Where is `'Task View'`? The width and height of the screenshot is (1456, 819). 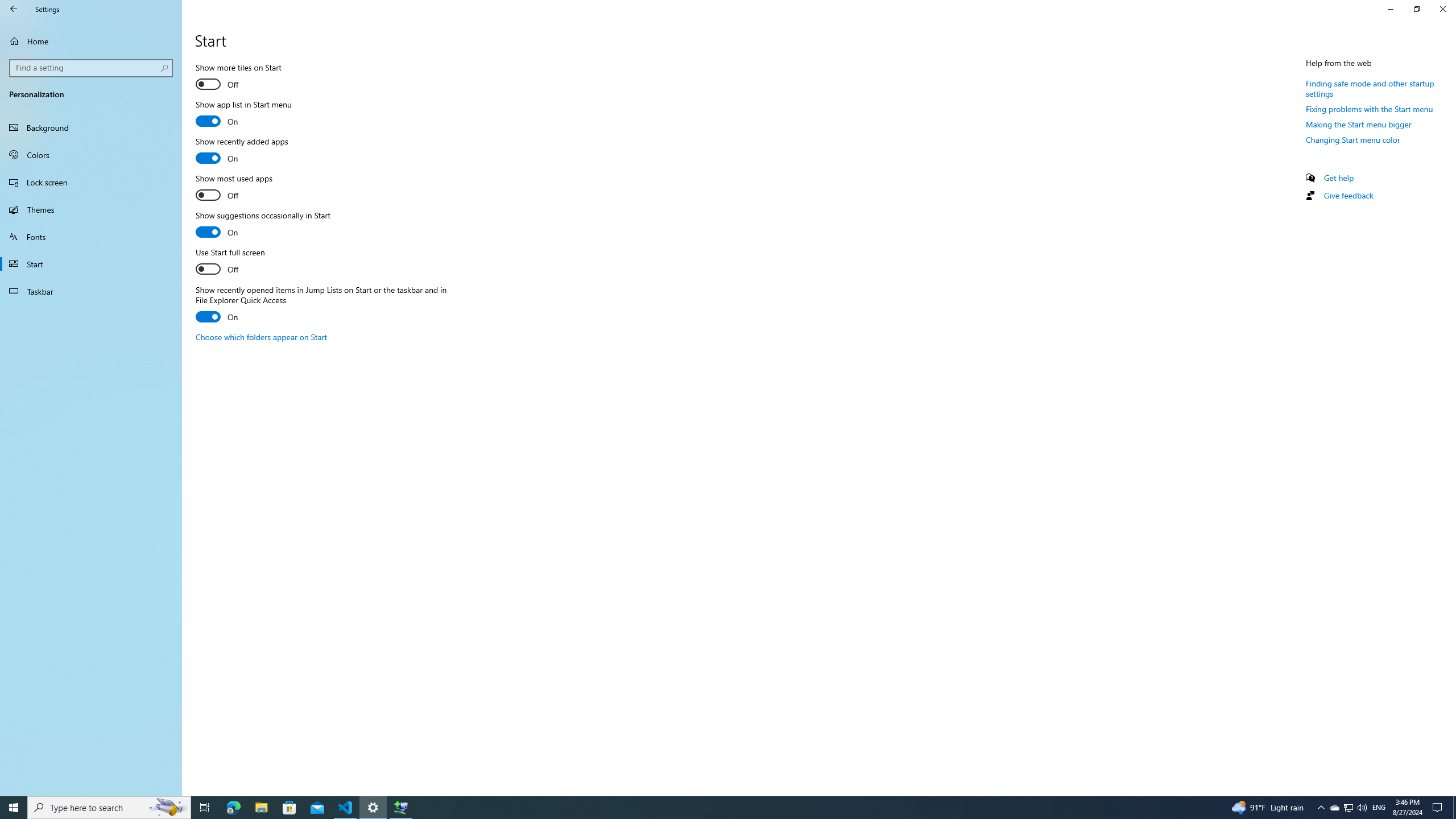 'Task View' is located at coordinates (204, 806).